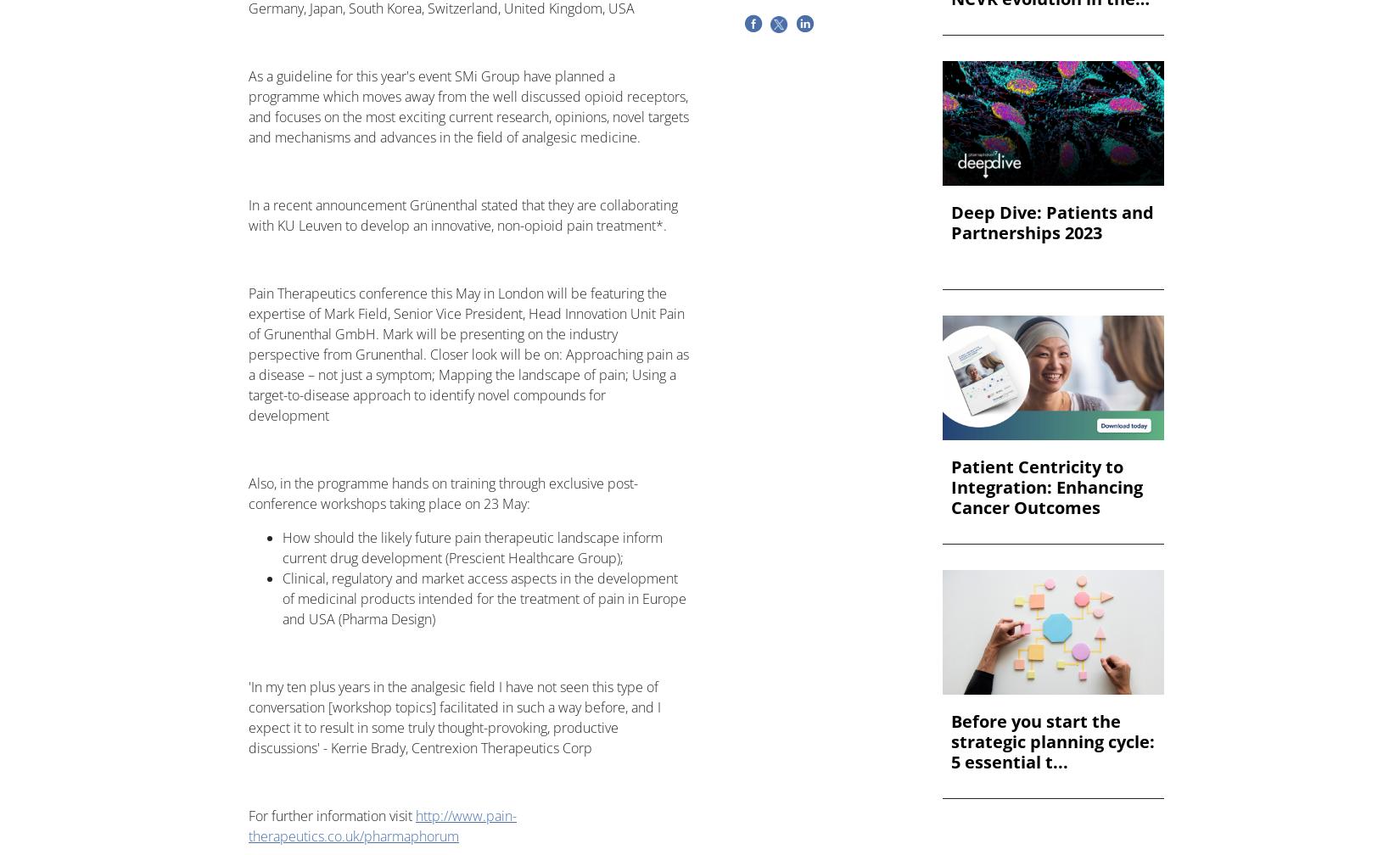  Describe the element at coordinates (1046, 487) in the screenshot. I see `'Patient Centricity to Integration: Enhancing Cancer Outcomes'` at that location.